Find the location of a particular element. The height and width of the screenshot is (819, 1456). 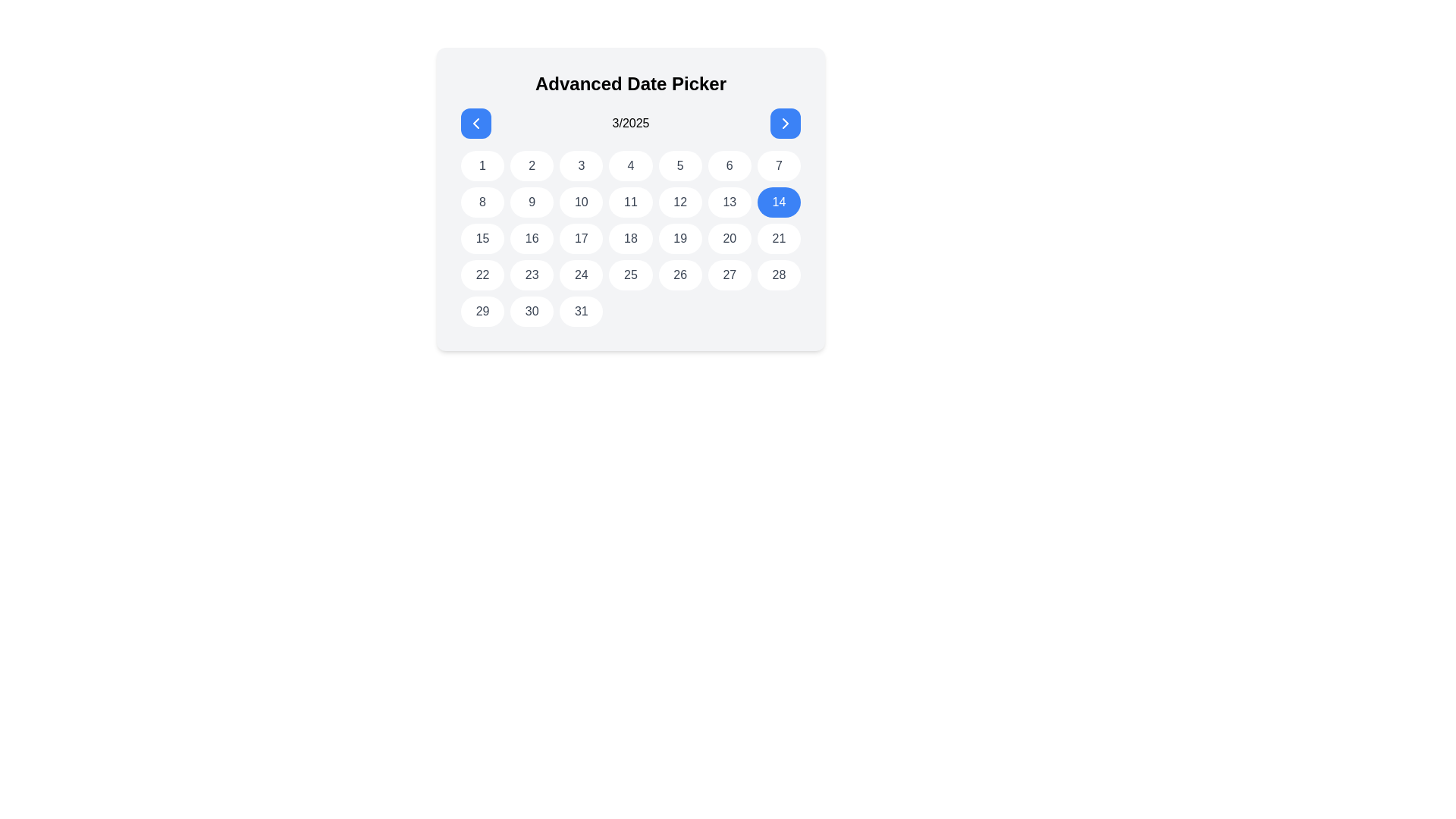

the button representing the 10th day in the calendar is located at coordinates (580, 201).